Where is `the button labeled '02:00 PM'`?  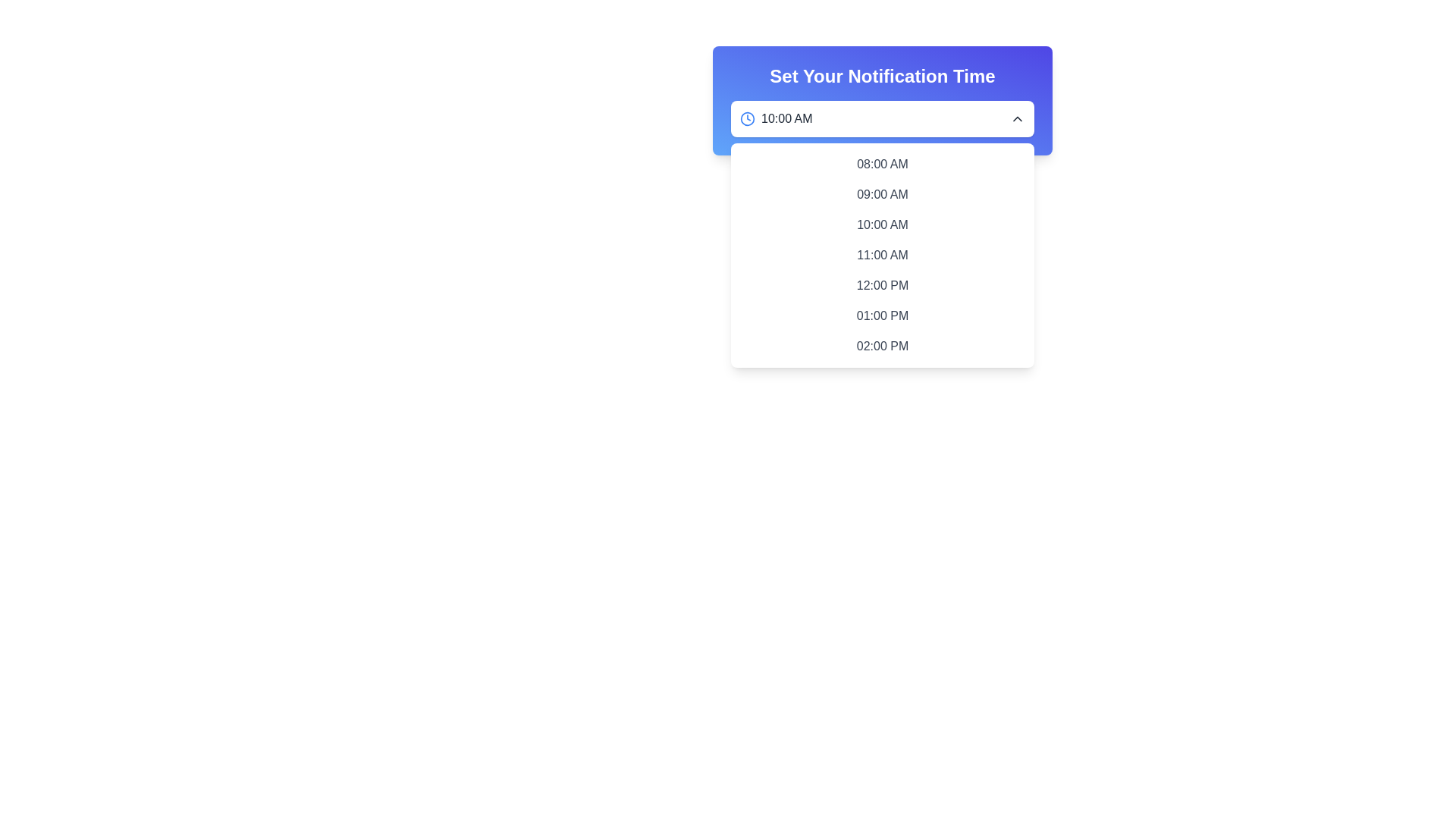
the button labeled '02:00 PM' is located at coordinates (882, 346).